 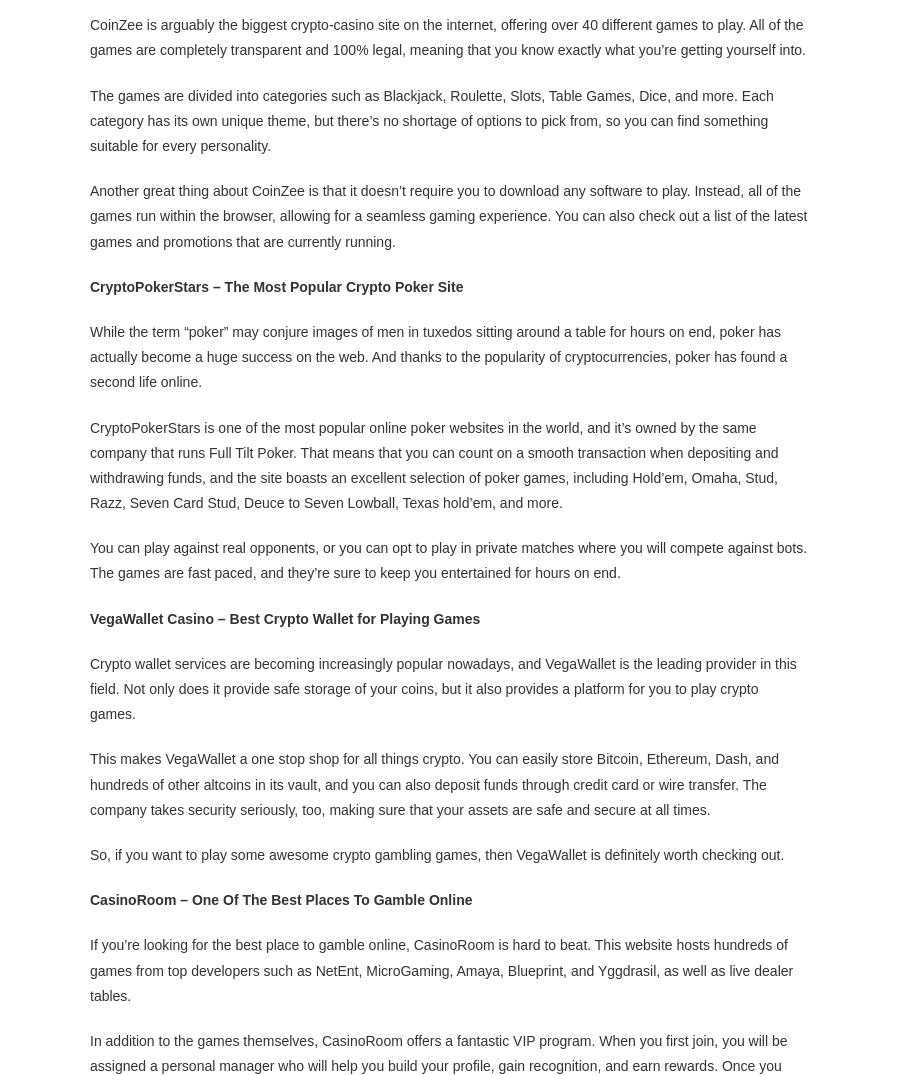 What do you see at coordinates (433, 463) in the screenshot?
I see `'CryptoPokerStars is one of the most popular online poker websites in the world, and it’s owned by the same company that runs Full Tilt Poker. That means that you can count on a smooth transaction when depositing and withdrawing funds, and the site boasts an excellent selection of poker games, including Hold’em, Omaha, Stud, Razz, Seven Card Stud, Deuce to Seven Lowball, Texas hold’em, and more.'` at bounding box center [433, 463].